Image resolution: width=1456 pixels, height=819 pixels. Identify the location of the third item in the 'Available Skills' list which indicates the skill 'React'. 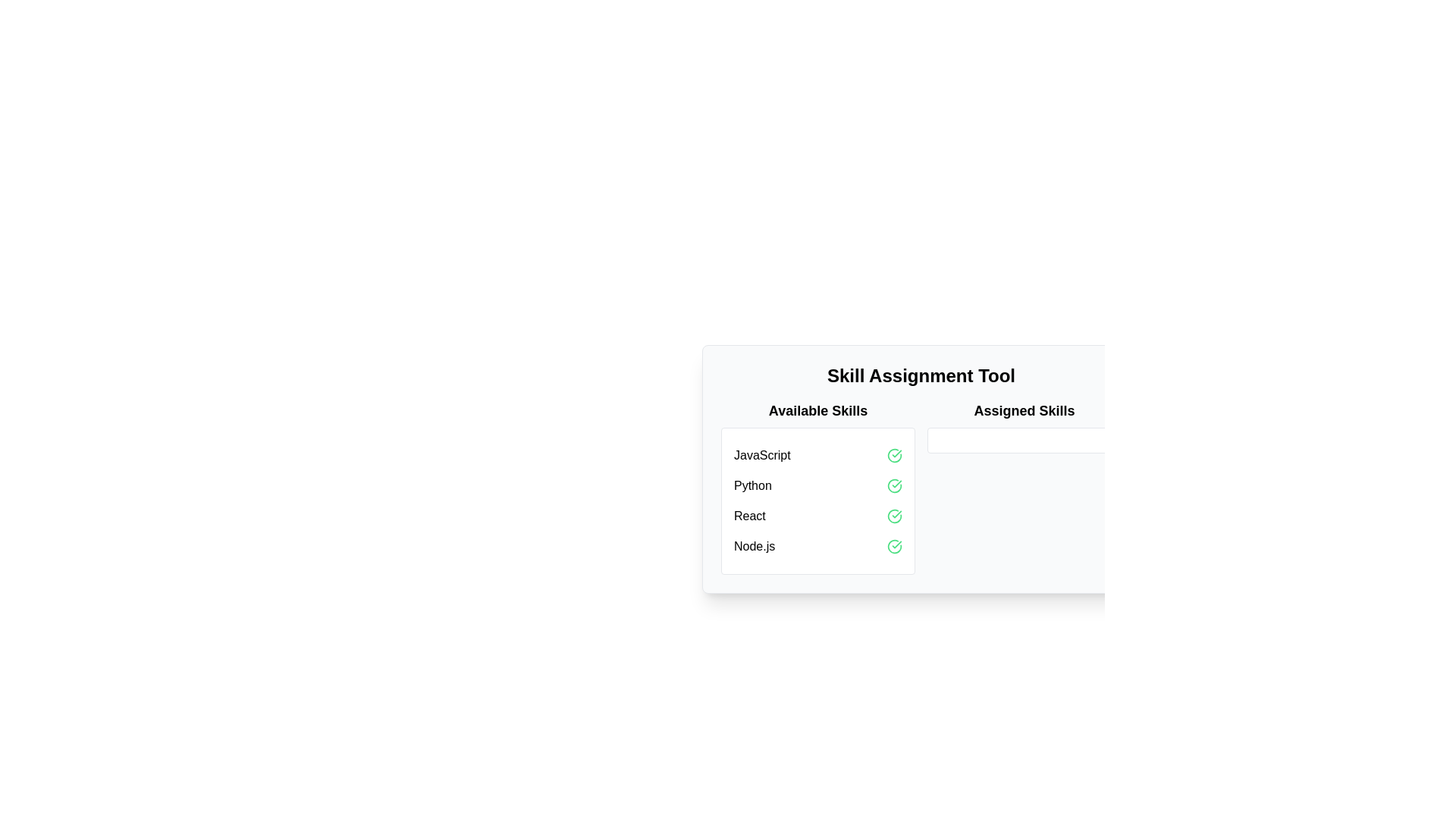
(817, 516).